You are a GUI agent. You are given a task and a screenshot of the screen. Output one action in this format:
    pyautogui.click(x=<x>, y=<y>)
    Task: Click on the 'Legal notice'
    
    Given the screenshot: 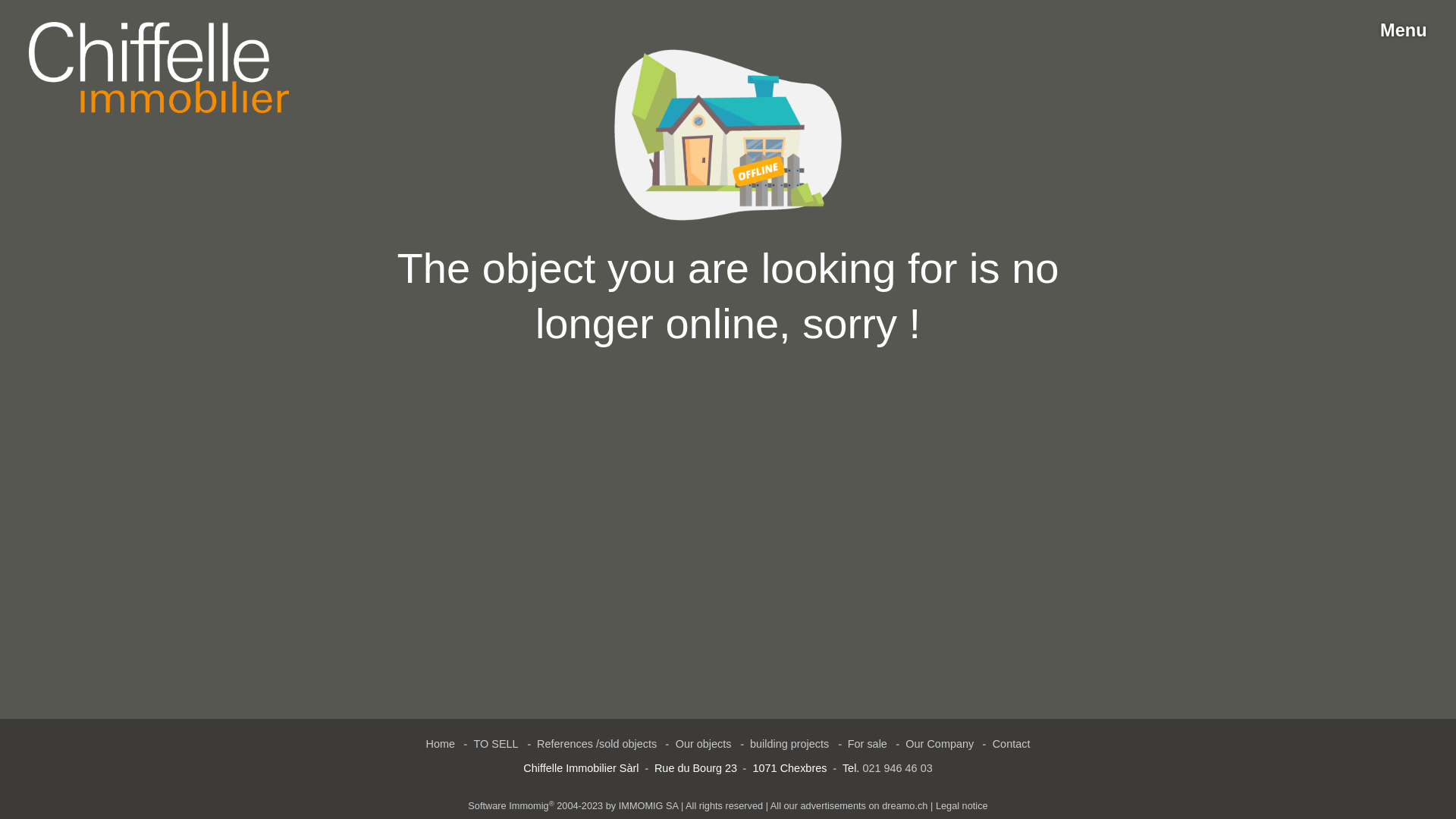 What is the action you would take?
    pyautogui.click(x=961, y=805)
    